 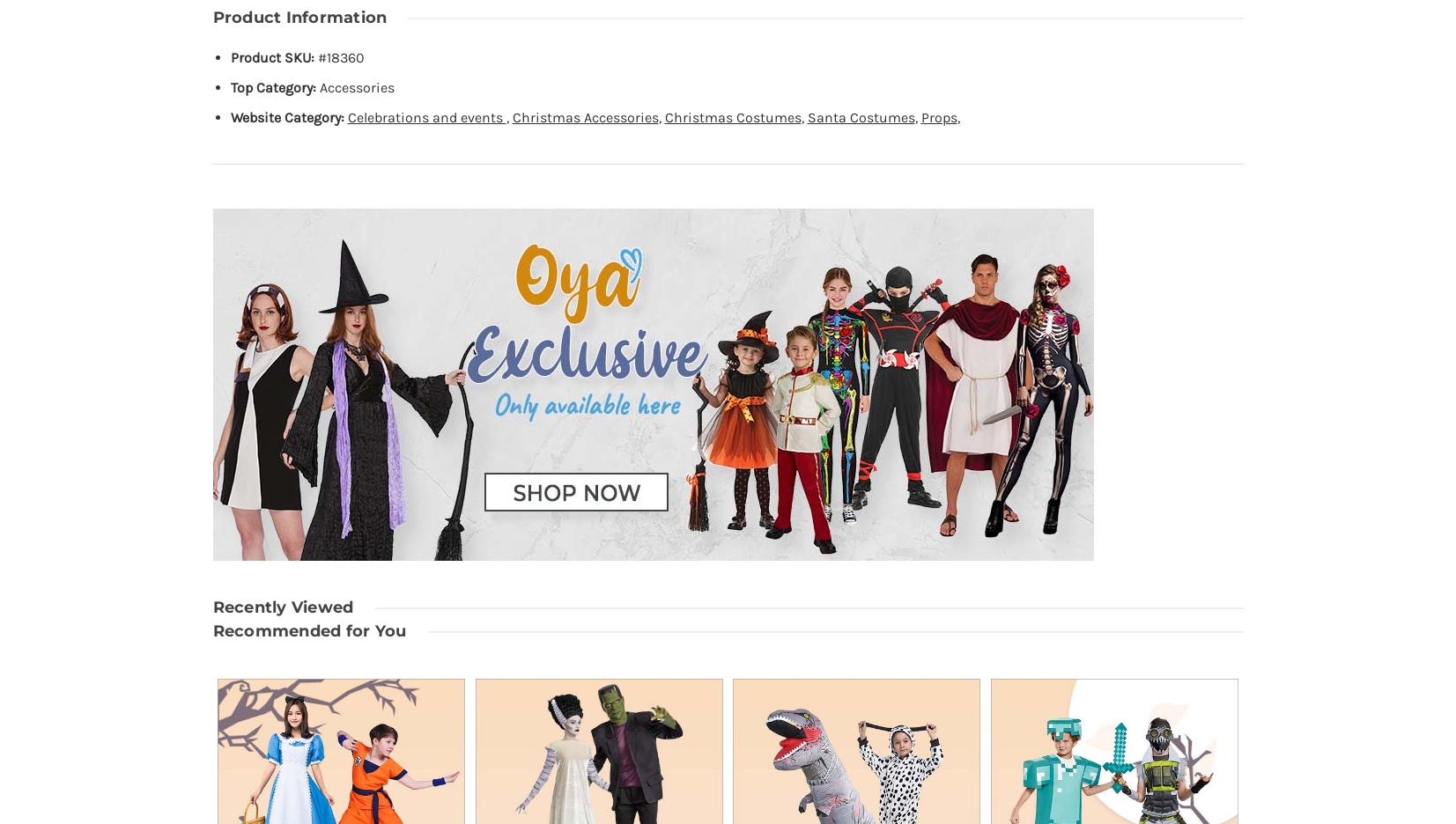 What do you see at coordinates (211, 607) in the screenshot?
I see `'Recently Viewed'` at bounding box center [211, 607].